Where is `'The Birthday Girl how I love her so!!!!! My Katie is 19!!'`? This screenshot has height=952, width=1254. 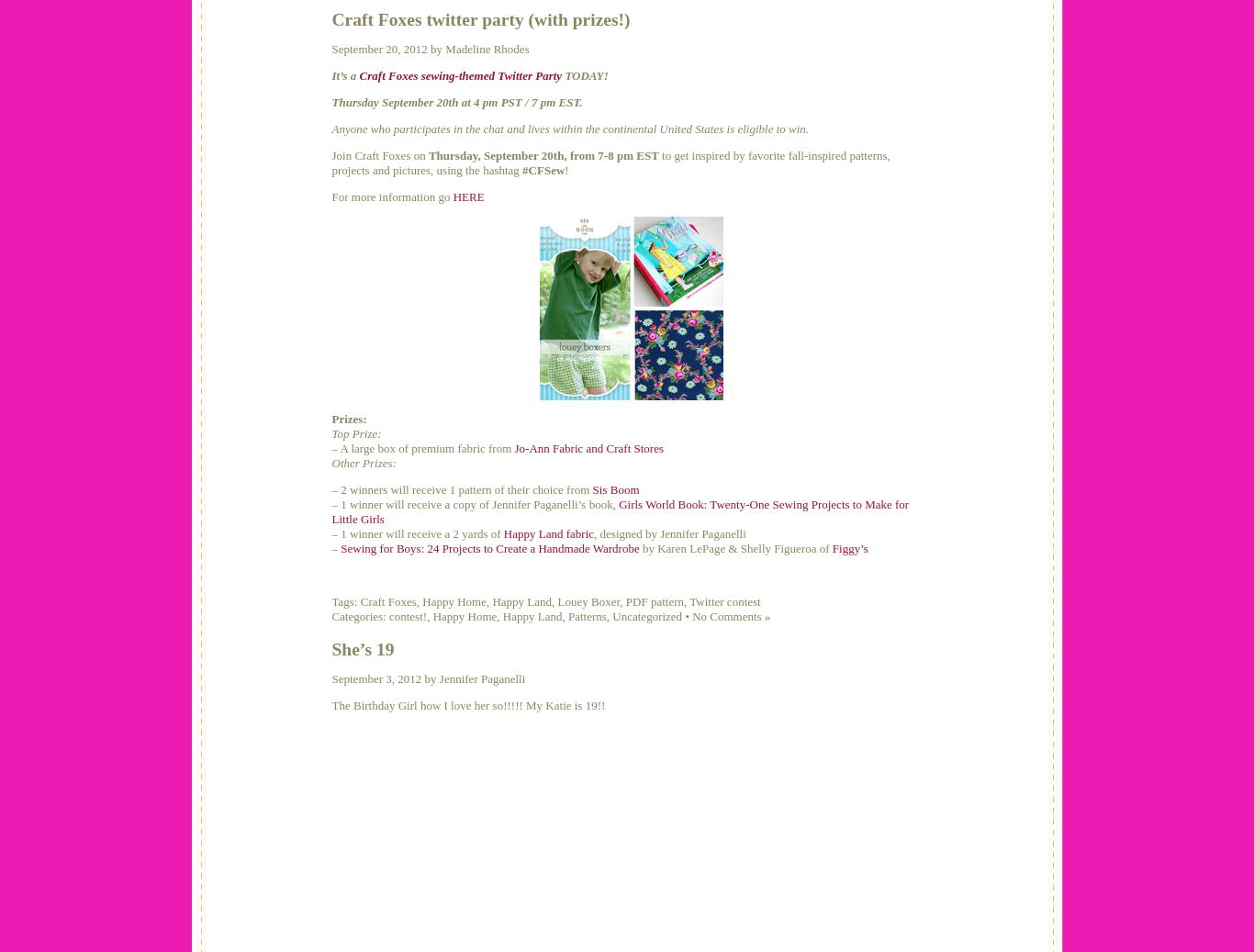
'The Birthday Girl how I love her so!!!!! My Katie is 19!!' is located at coordinates (468, 704).